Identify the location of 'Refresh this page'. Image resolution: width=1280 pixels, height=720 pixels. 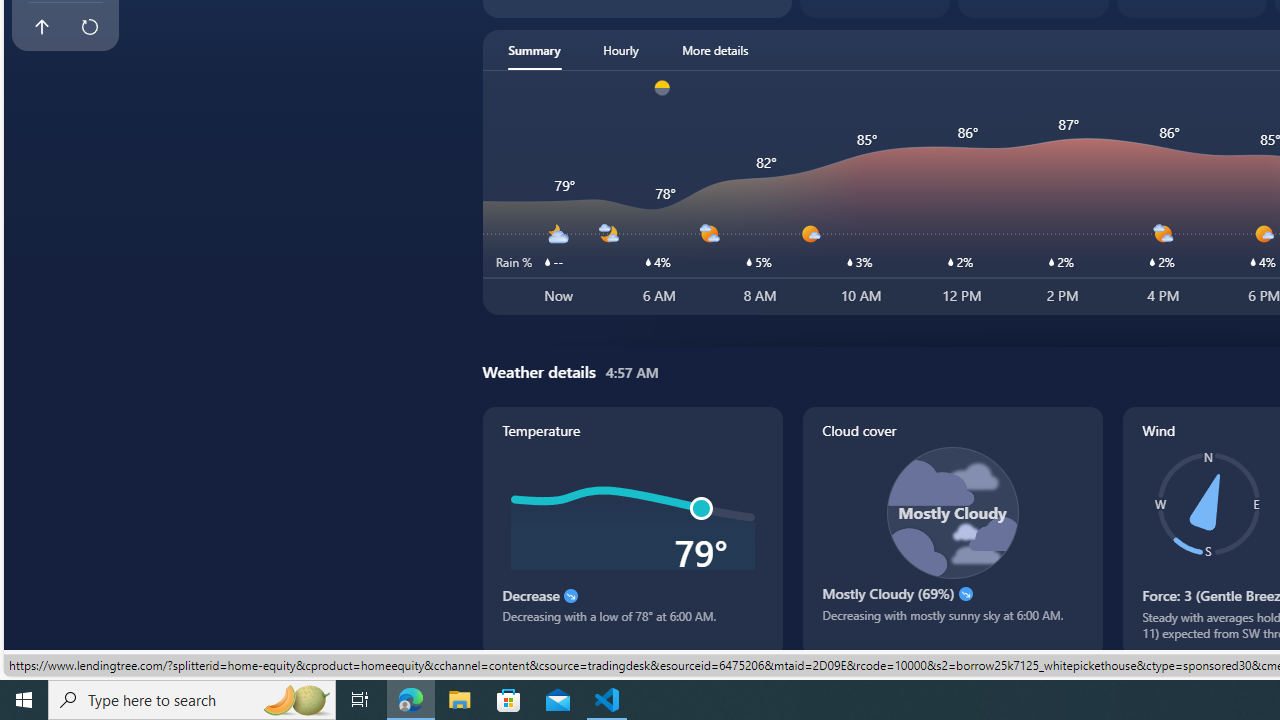
(88, 27).